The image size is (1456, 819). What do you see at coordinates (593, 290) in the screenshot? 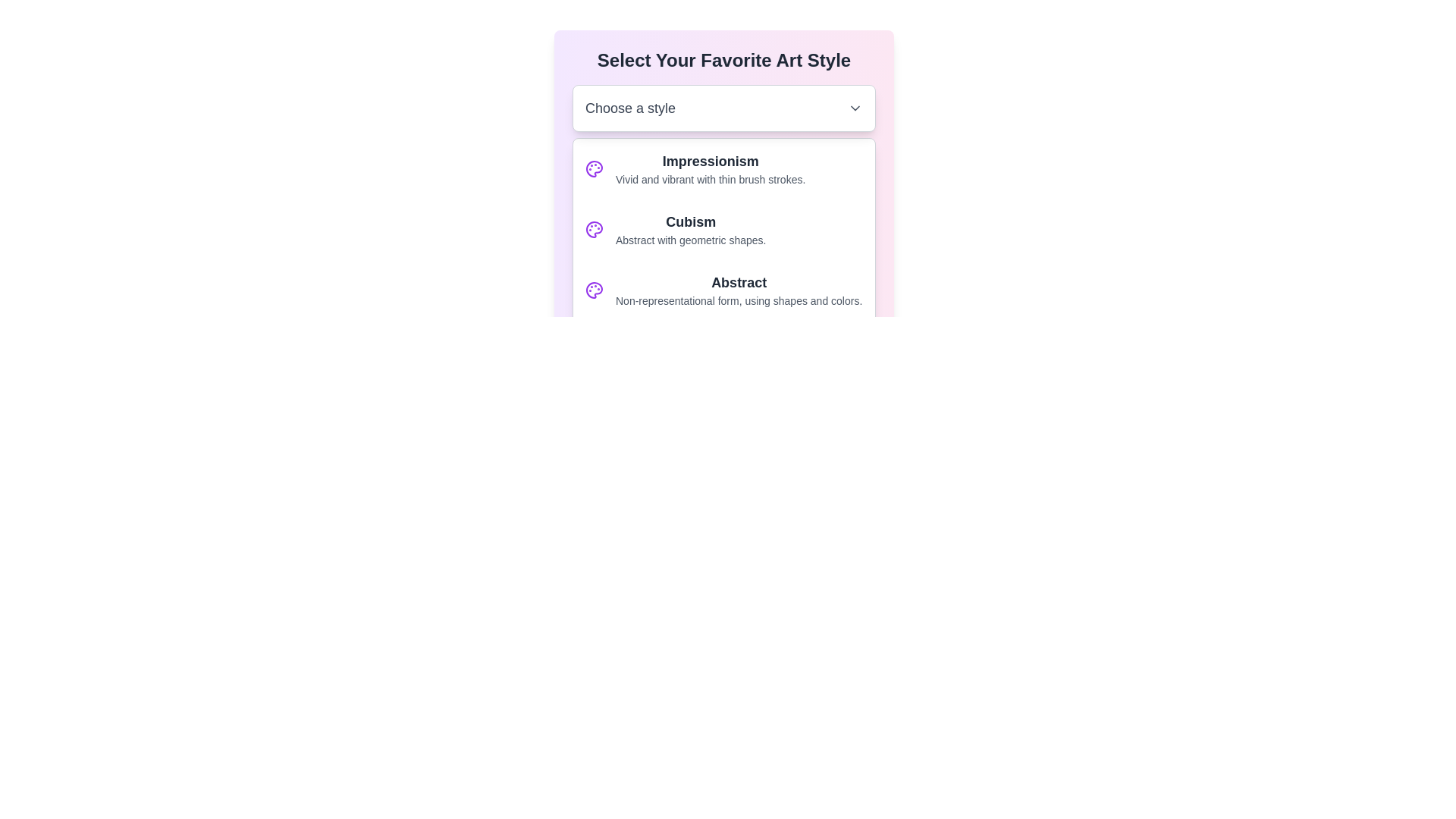
I see `the purple painter's palette icon next to the 'Abstract' text, which is identifiable by its circular paint color details` at bounding box center [593, 290].